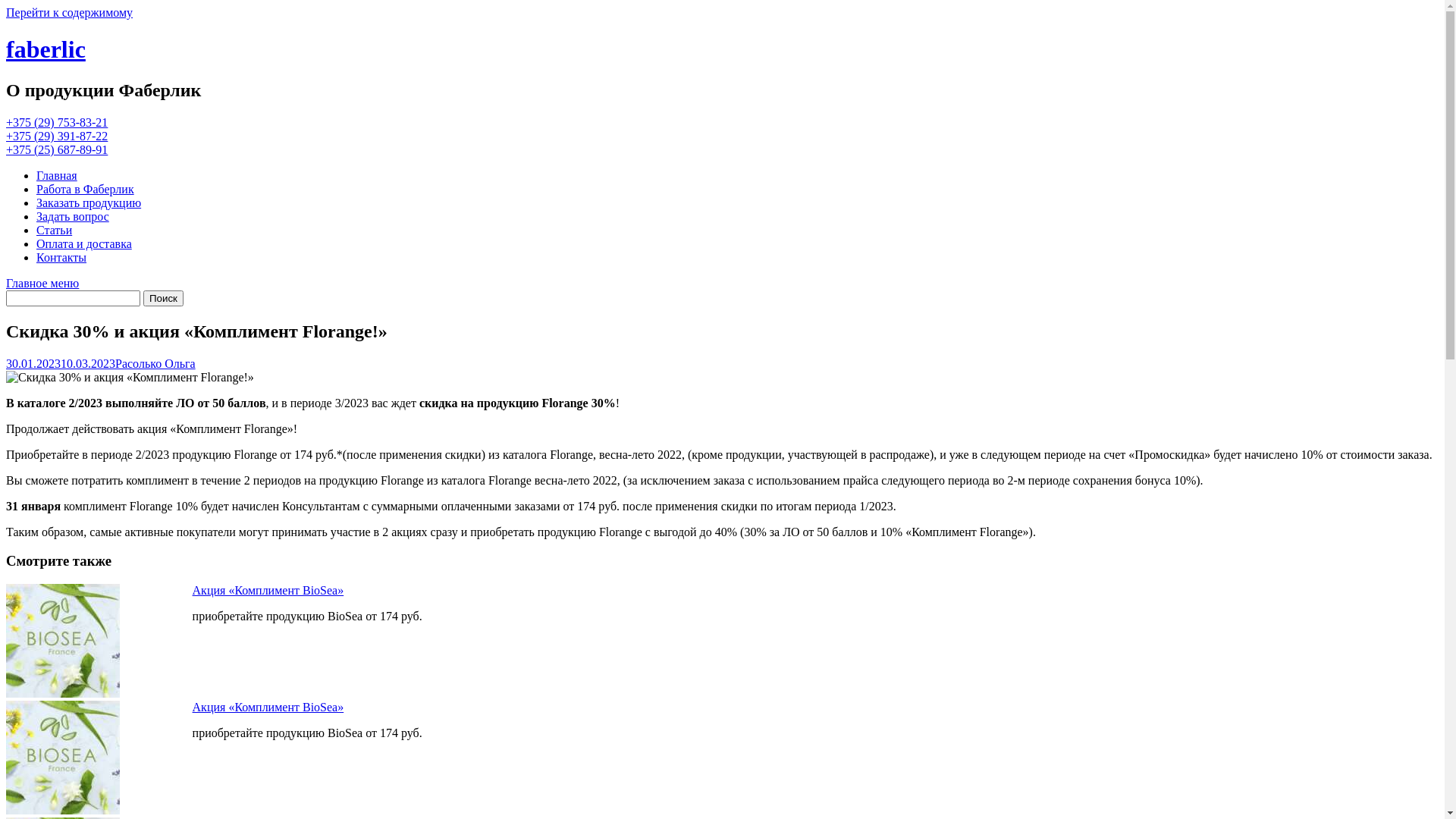 The height and width of the screenshot is (819, 1456). I want to click on '+375 (29) 753-83-21', so click(57, 121).